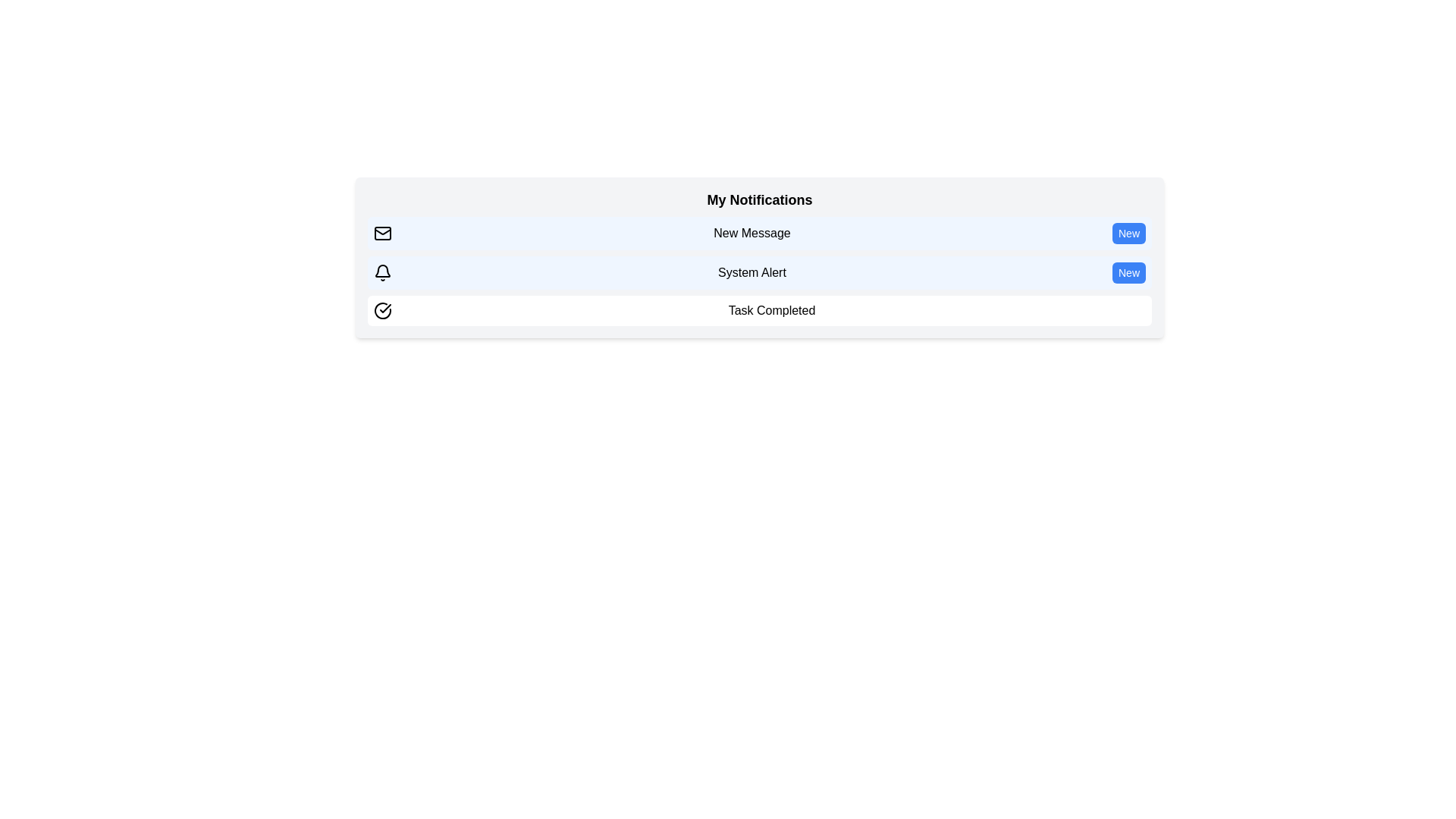 This screenshot has height=819, width=1456. I want to click on the label indicating a new or unread notification located on the right side of the notification entry, so click(1128, 234).